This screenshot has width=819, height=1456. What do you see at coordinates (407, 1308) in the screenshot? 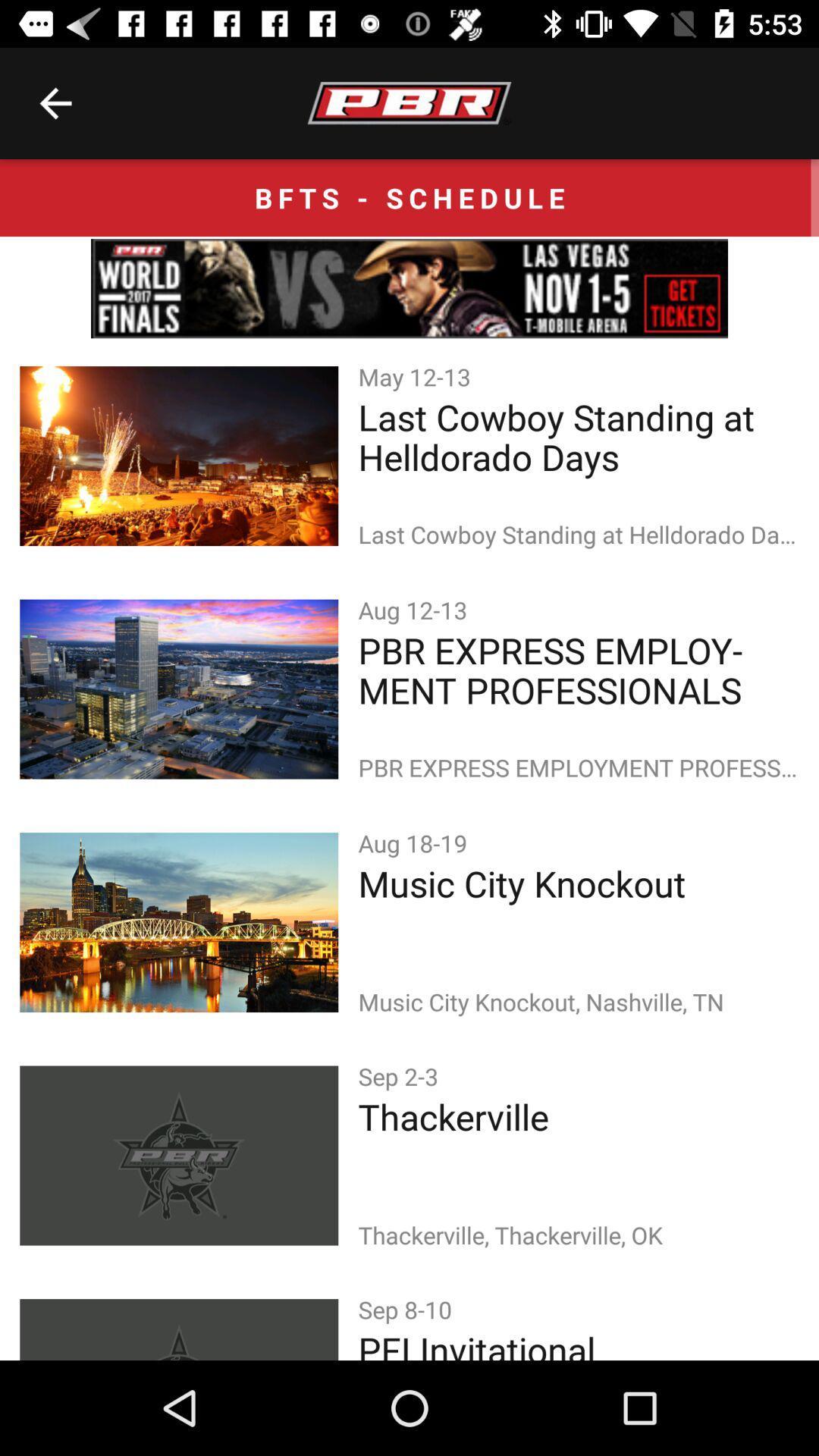
I see `sep 8-10` at bounding box center [407, 1308].